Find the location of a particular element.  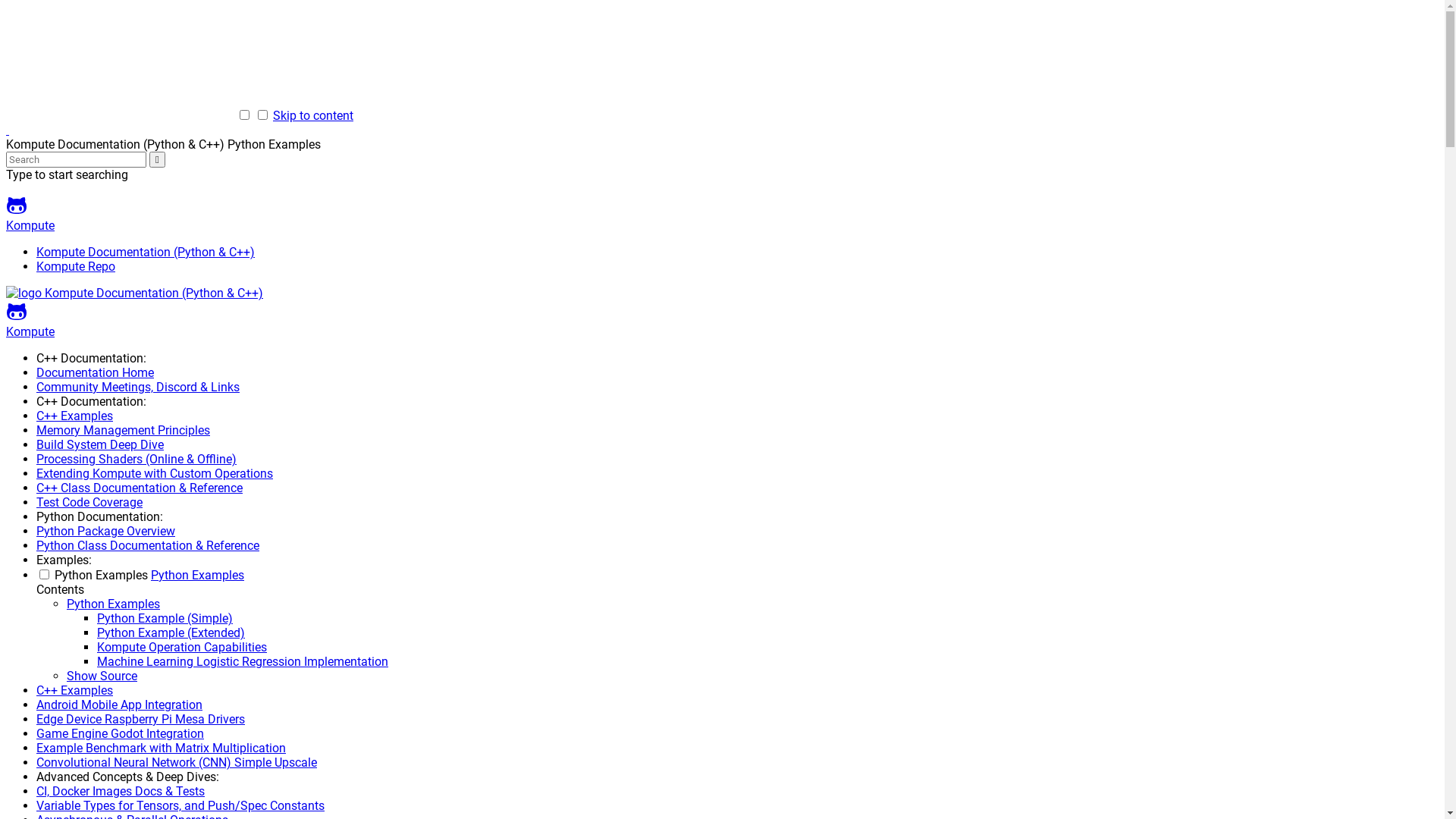

'Android Mobile App Integration' is located at coordinates (118, 704).